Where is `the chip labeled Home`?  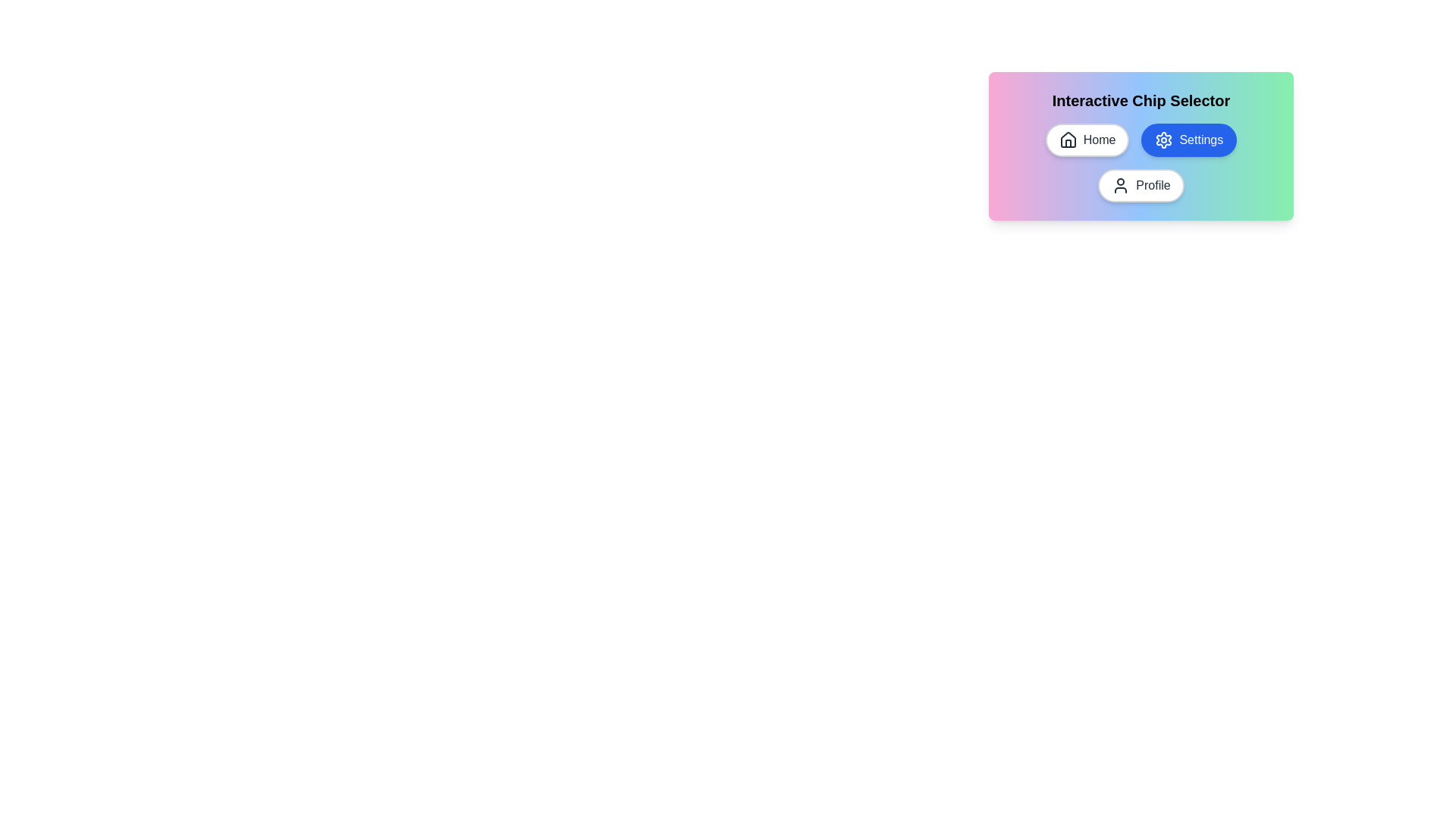
the chip labeled Home is located at coordinates (1087, 140).